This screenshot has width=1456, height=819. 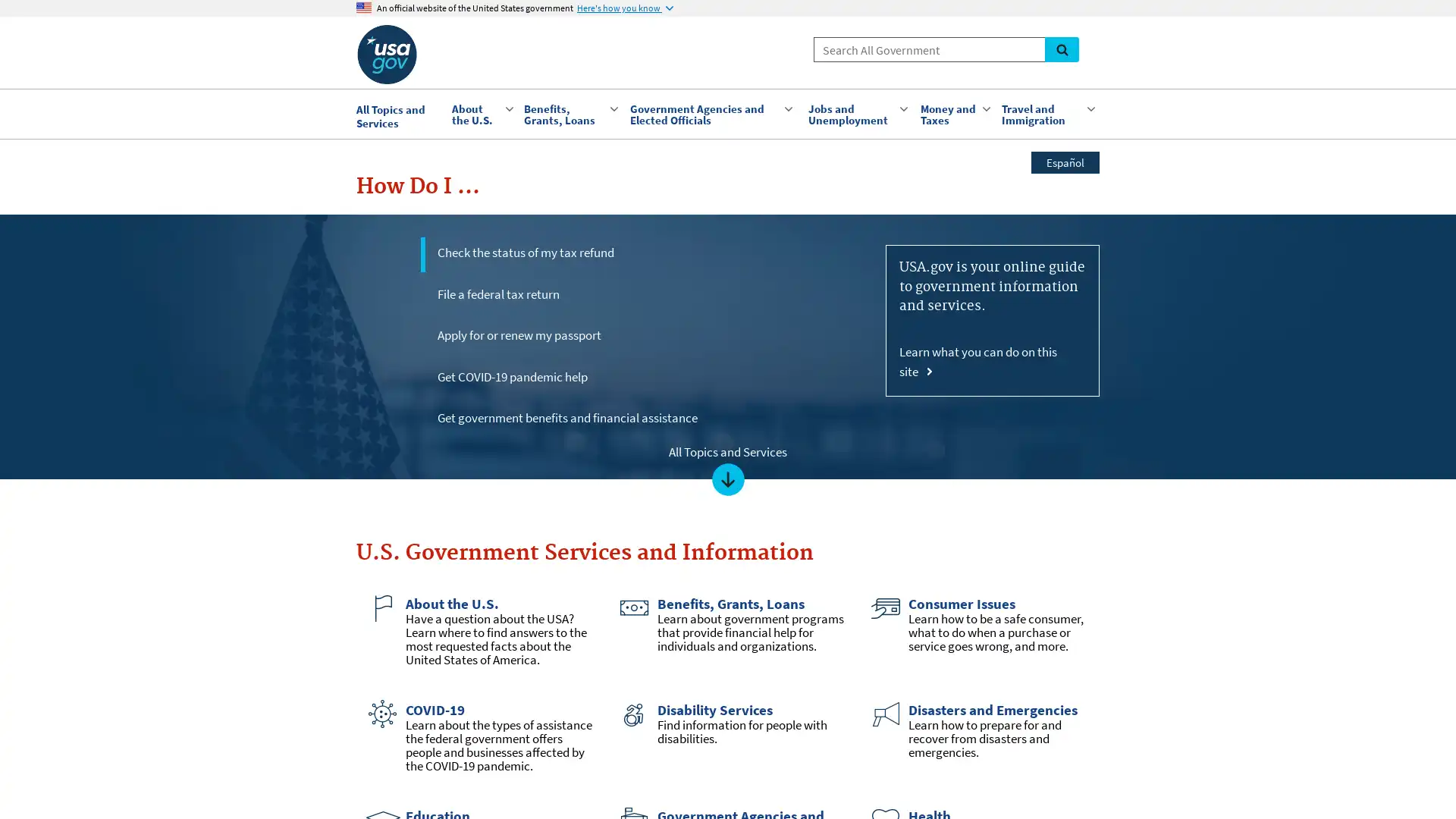 I want to click on About the U.S., so click(x=479, y=113).